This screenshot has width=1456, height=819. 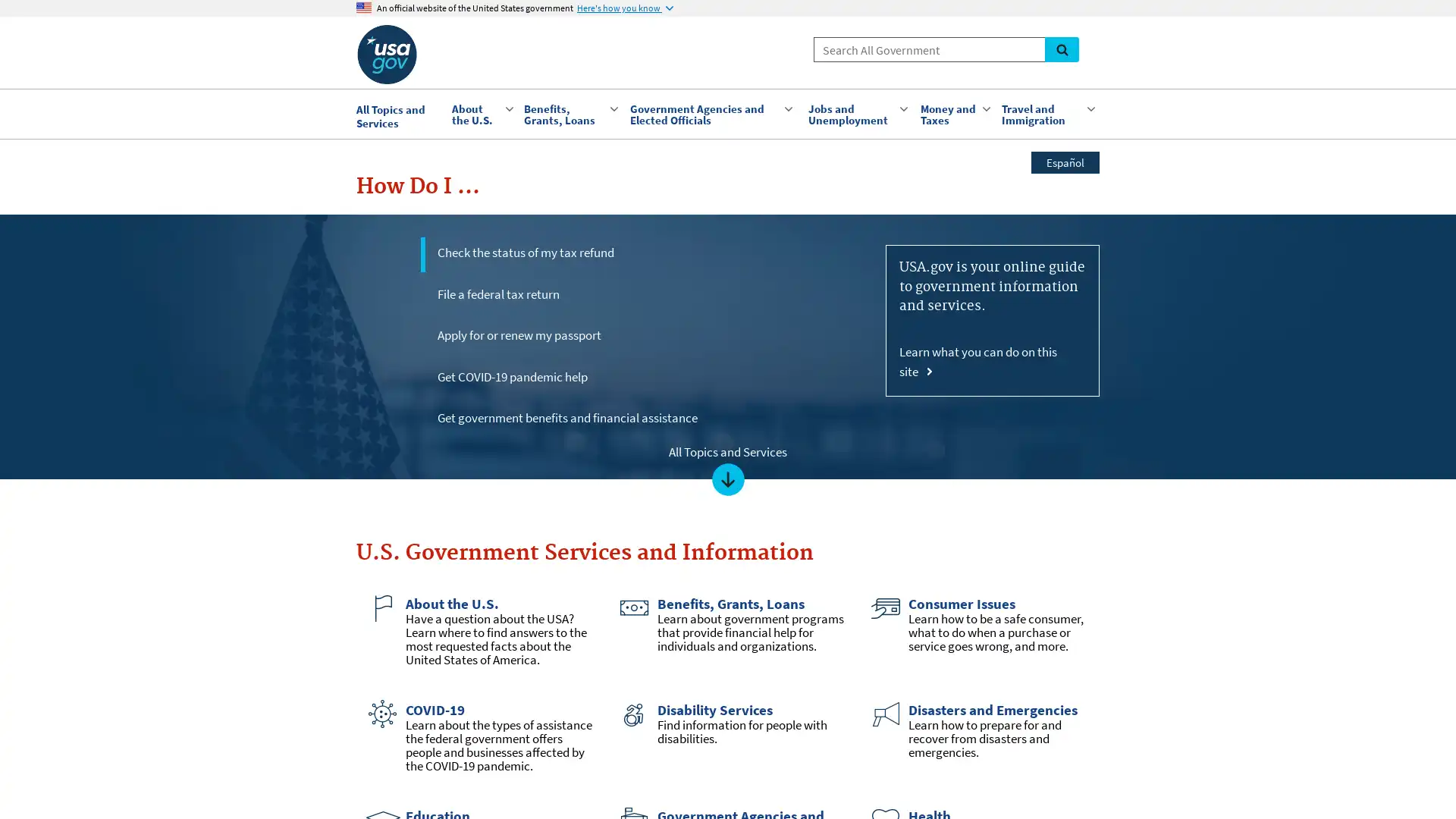 I want to click on About the U.S., so click(x=479, y=113).